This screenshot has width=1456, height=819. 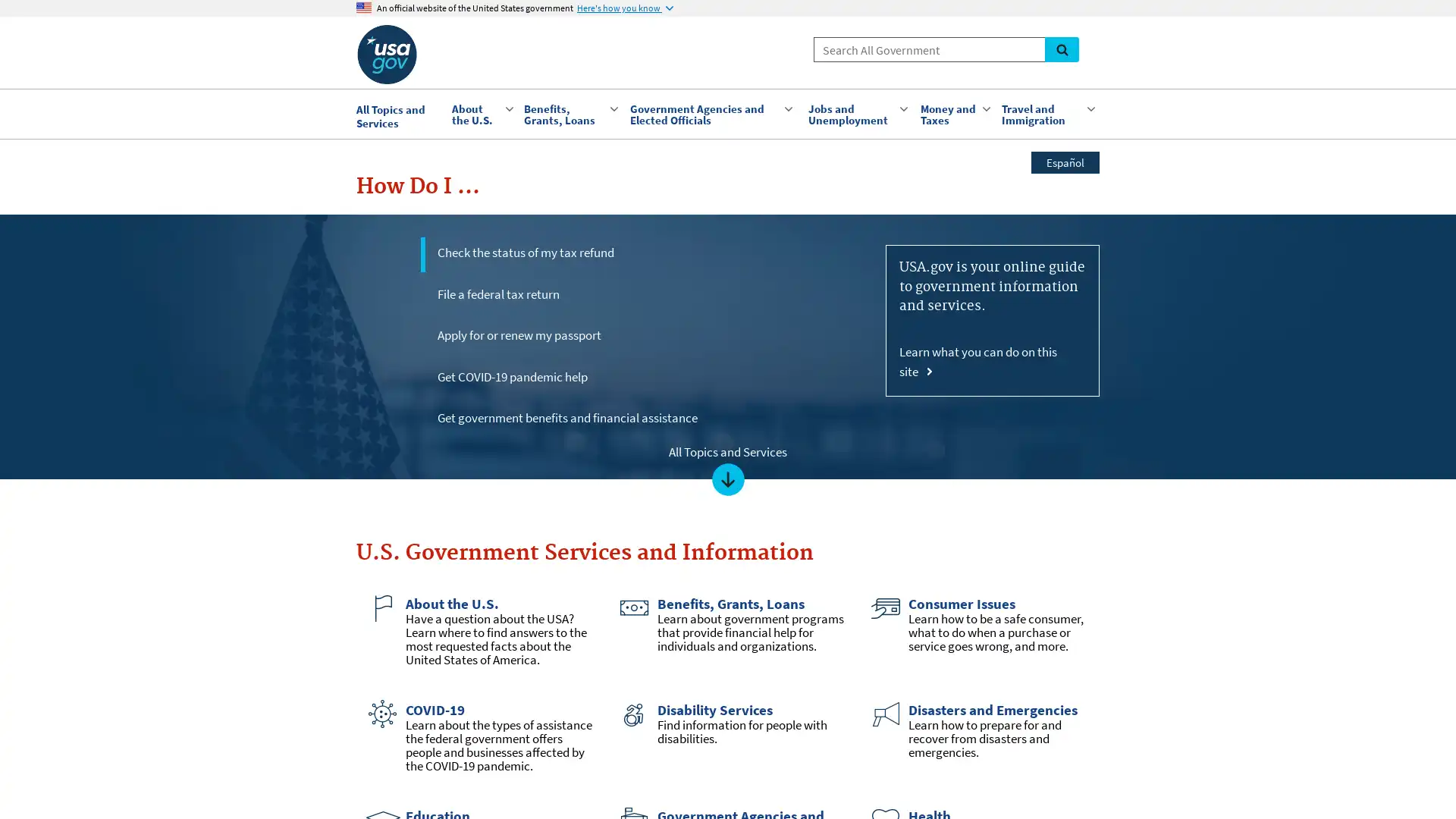 I want to click on About the U.S., so click(x=479, y=113).